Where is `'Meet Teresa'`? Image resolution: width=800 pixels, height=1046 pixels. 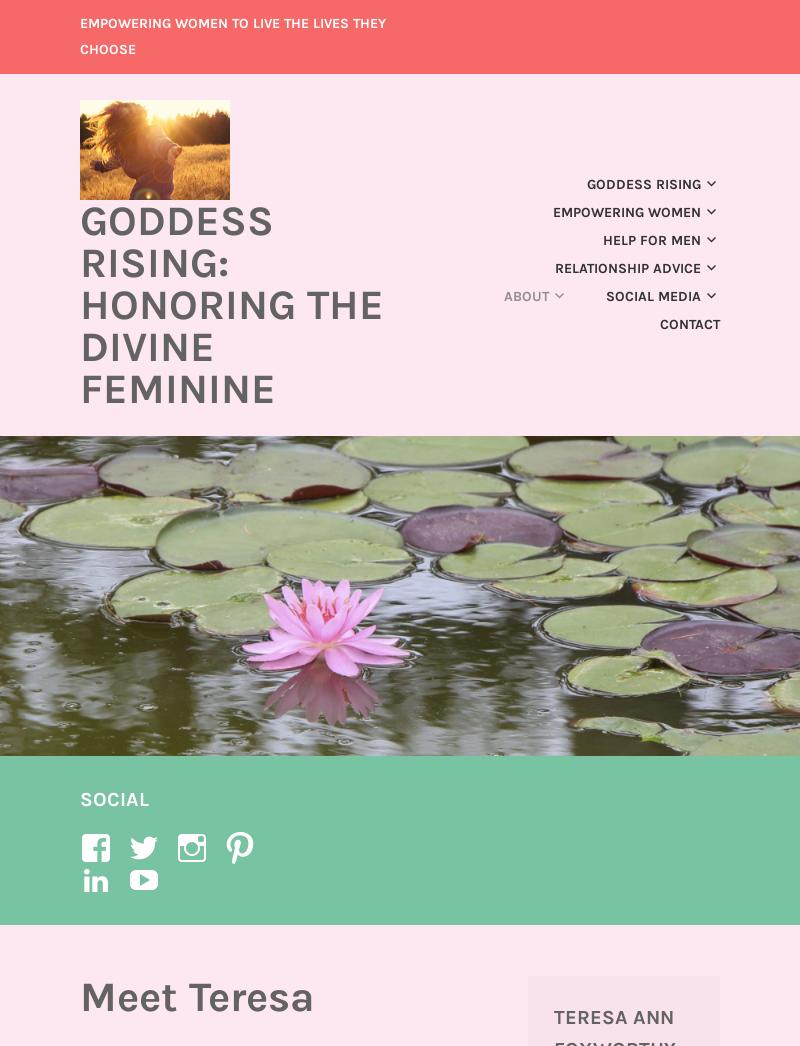
'Meet Teresa' is located at coordinates (196, 997).